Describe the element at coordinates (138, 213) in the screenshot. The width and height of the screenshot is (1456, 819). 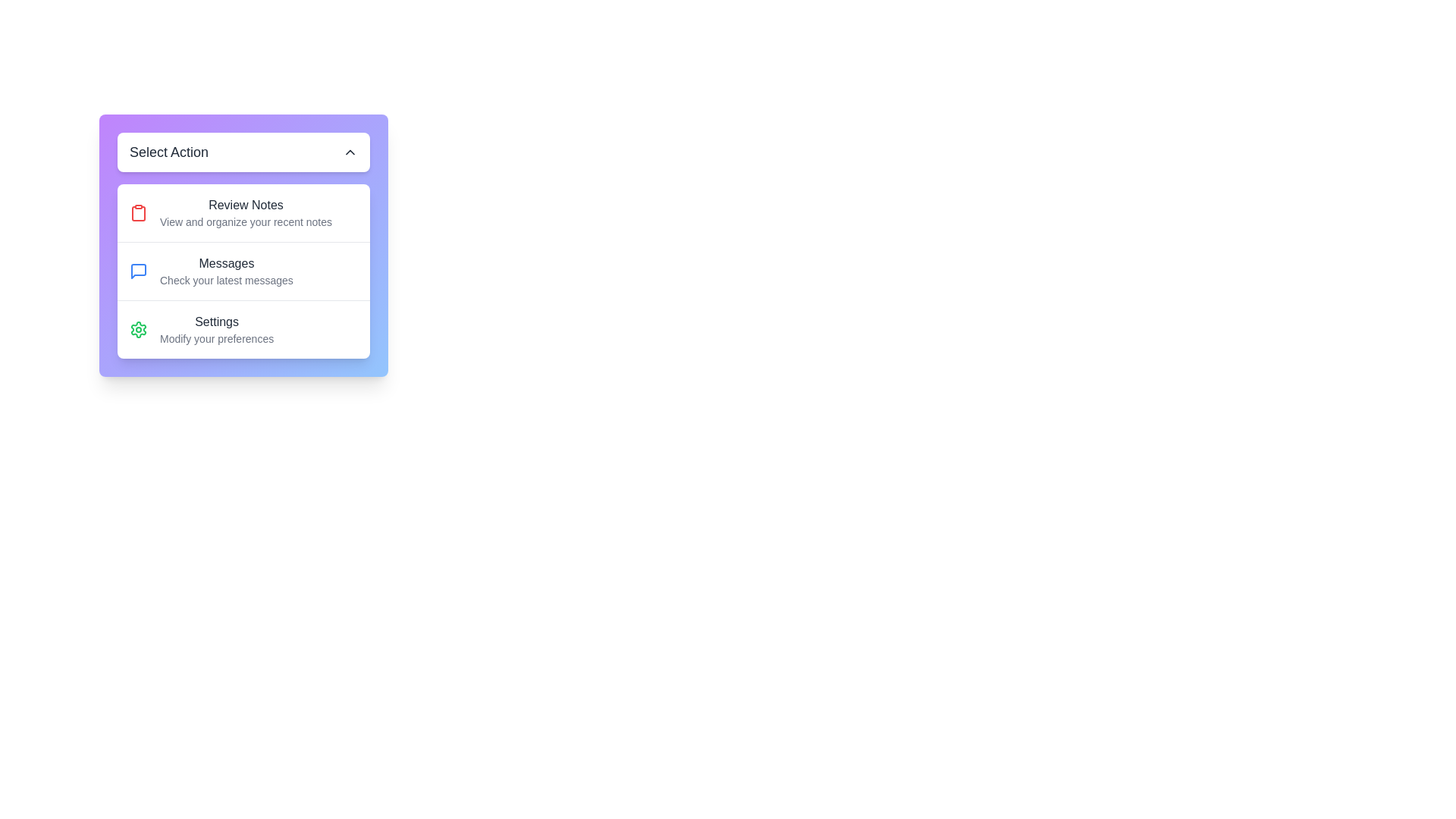
I see `the red and white clipboard icon located to the left of the 'Review Notes' text group` at that location.